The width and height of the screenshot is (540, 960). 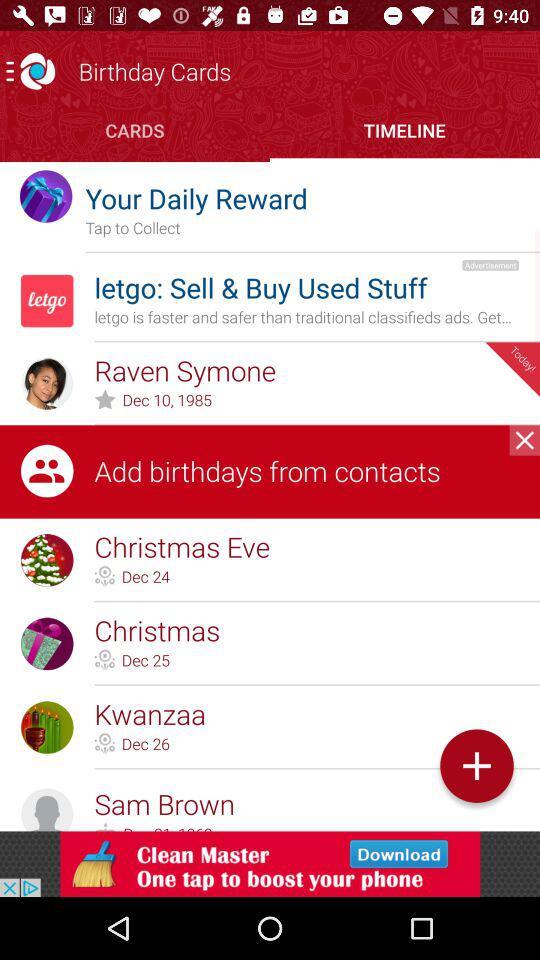 I want to click on download sponsored app, so click(x=270, y=863).